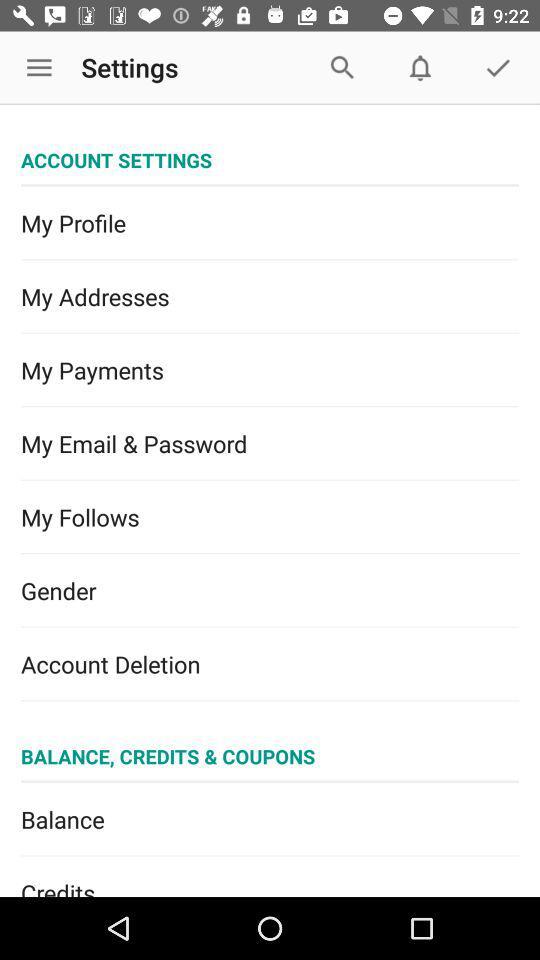 Image resolution: width=540 pixels, height=960 pixels. What do you see at coordinates (270, 369) in the screenshot?
I see `item below the my addresses icon` at bounding box center [270, 369].